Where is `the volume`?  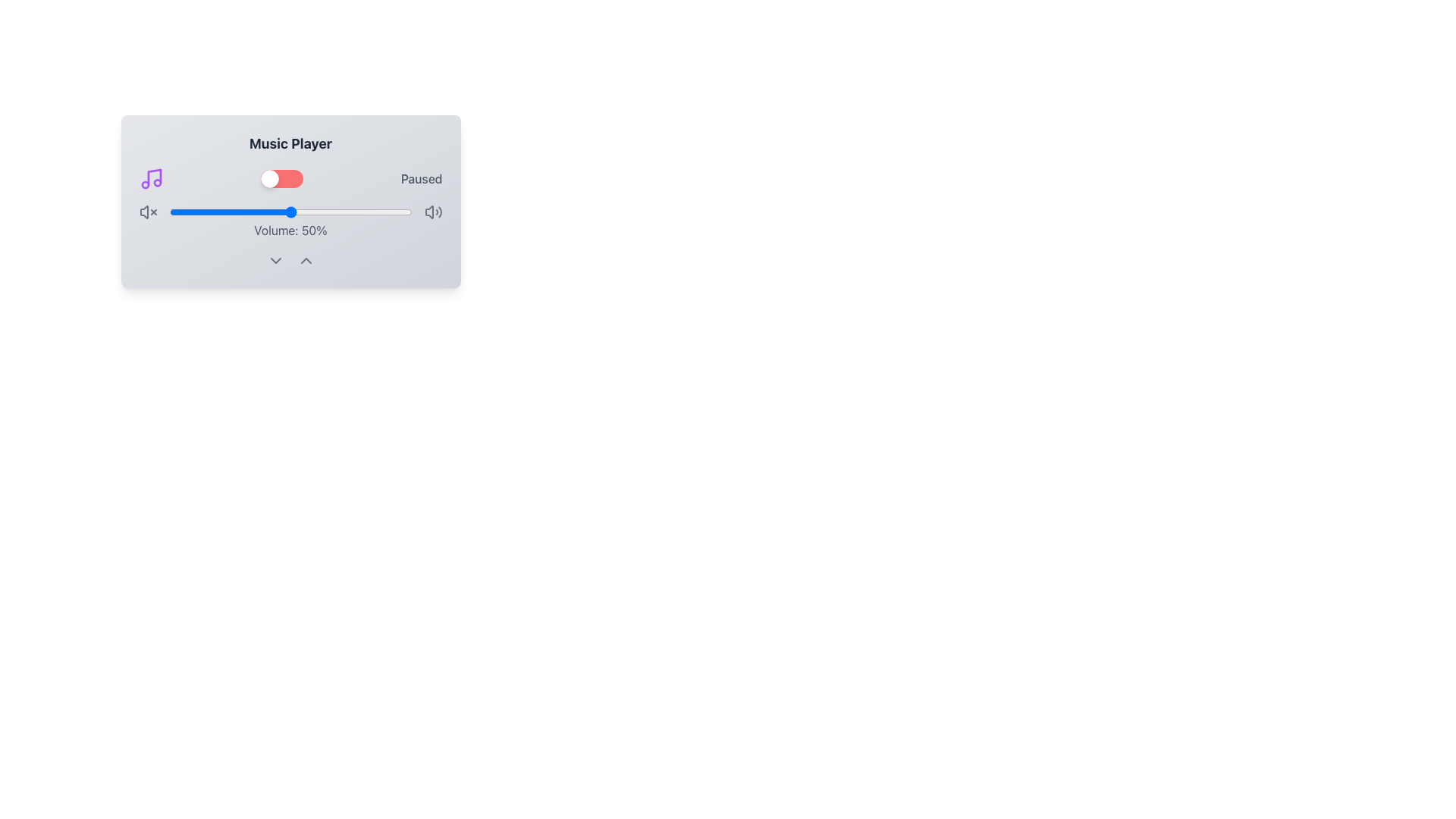
the volume is located at coordinates (371, 212).